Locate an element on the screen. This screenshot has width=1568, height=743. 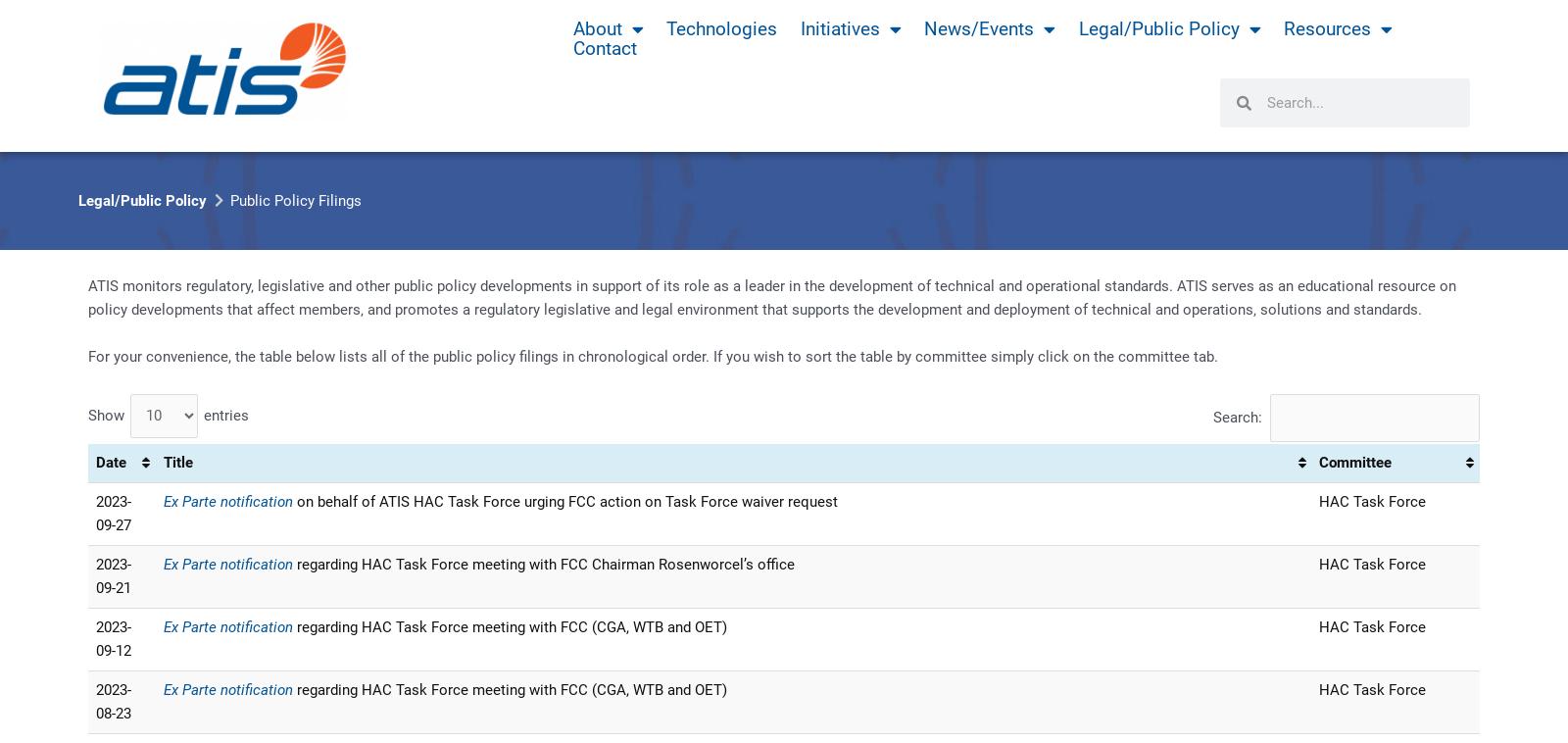
'About' is located at coordinates (571, 28).